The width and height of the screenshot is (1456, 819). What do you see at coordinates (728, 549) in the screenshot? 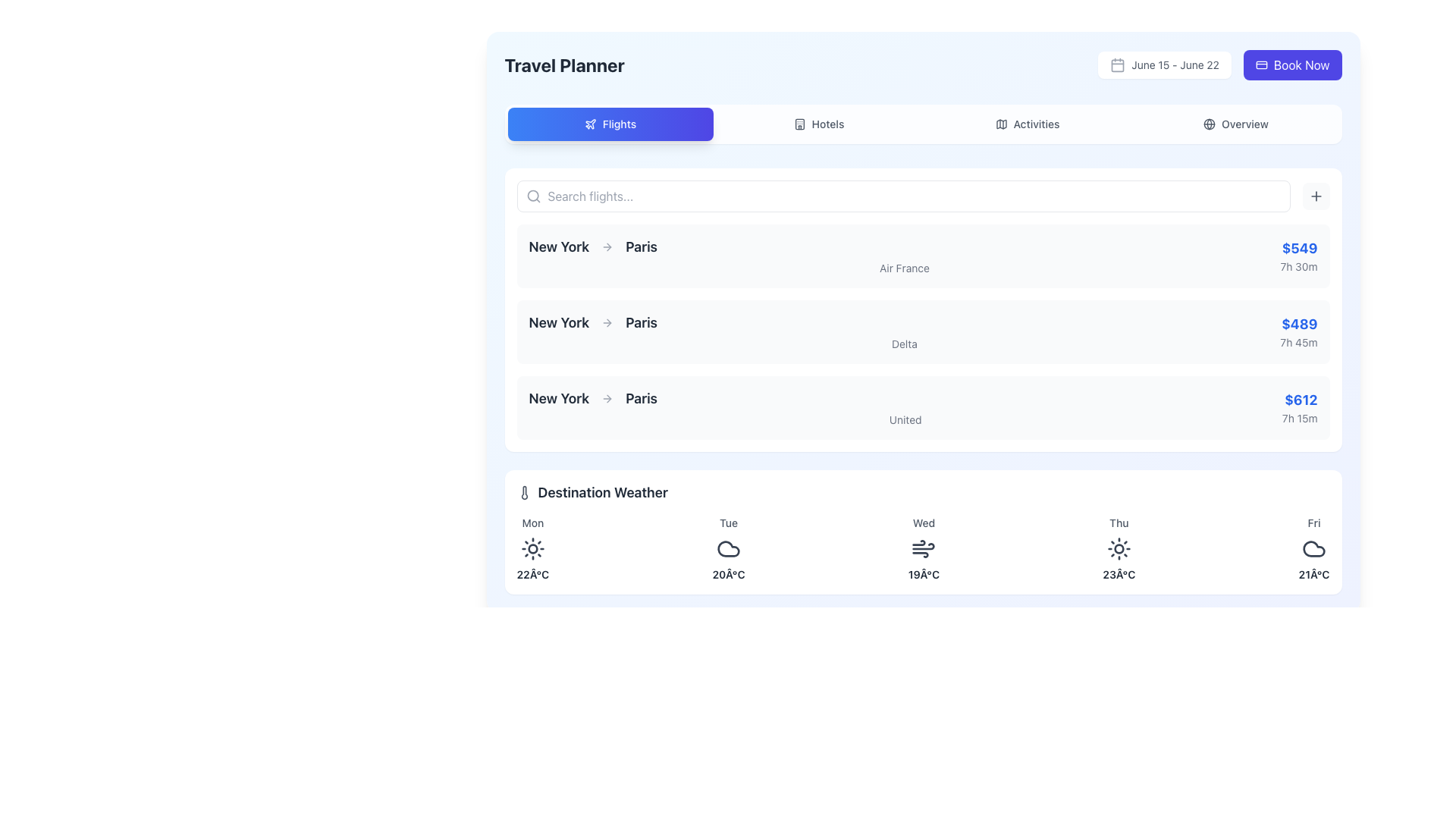
I see `the cloudy weather icon located in the weather forecast section beneath the 'Tuesday' column` at bounding box center [728, 549].